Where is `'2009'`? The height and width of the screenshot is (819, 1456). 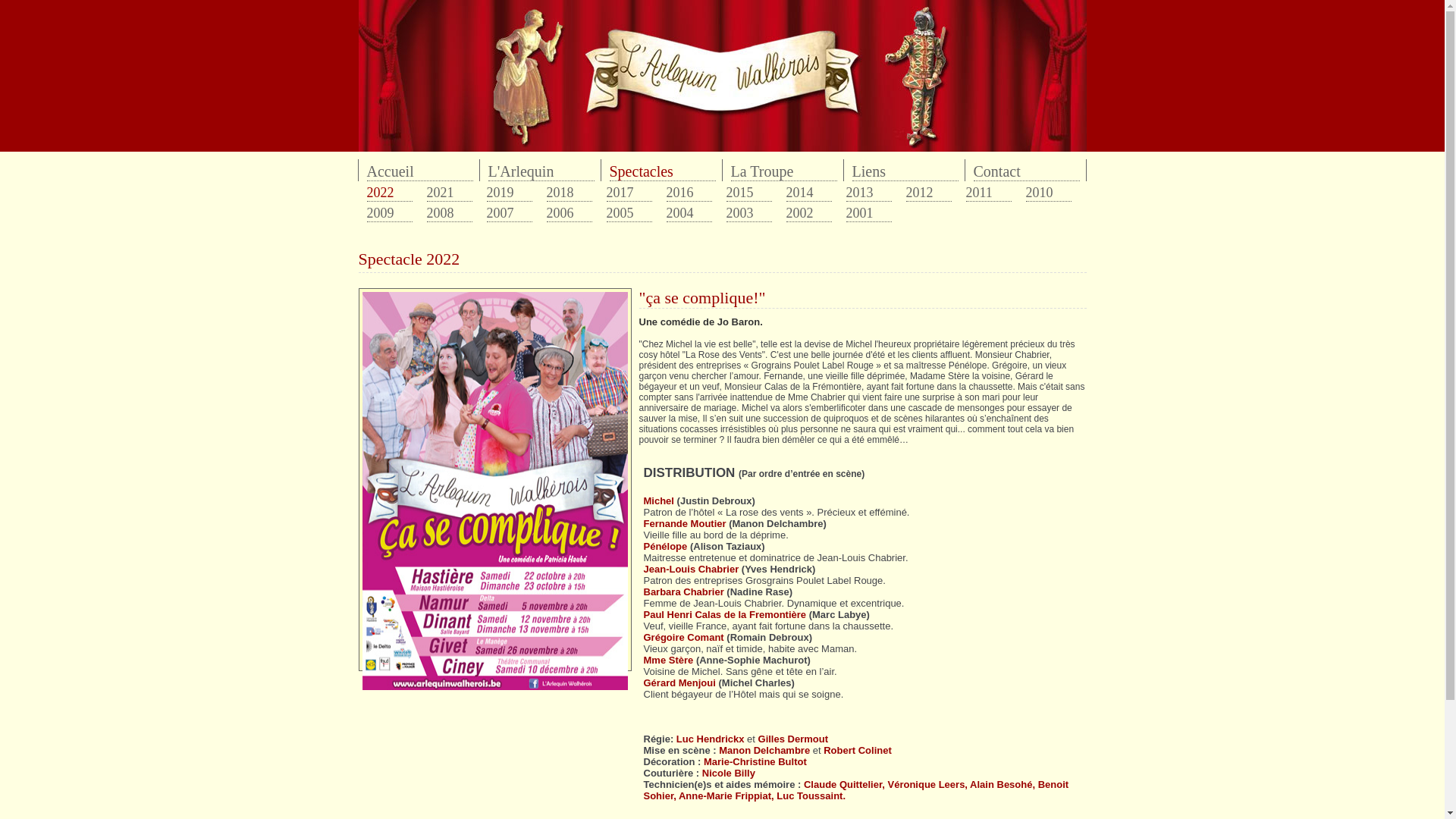 '2009' is located at coordinates (389, 213).